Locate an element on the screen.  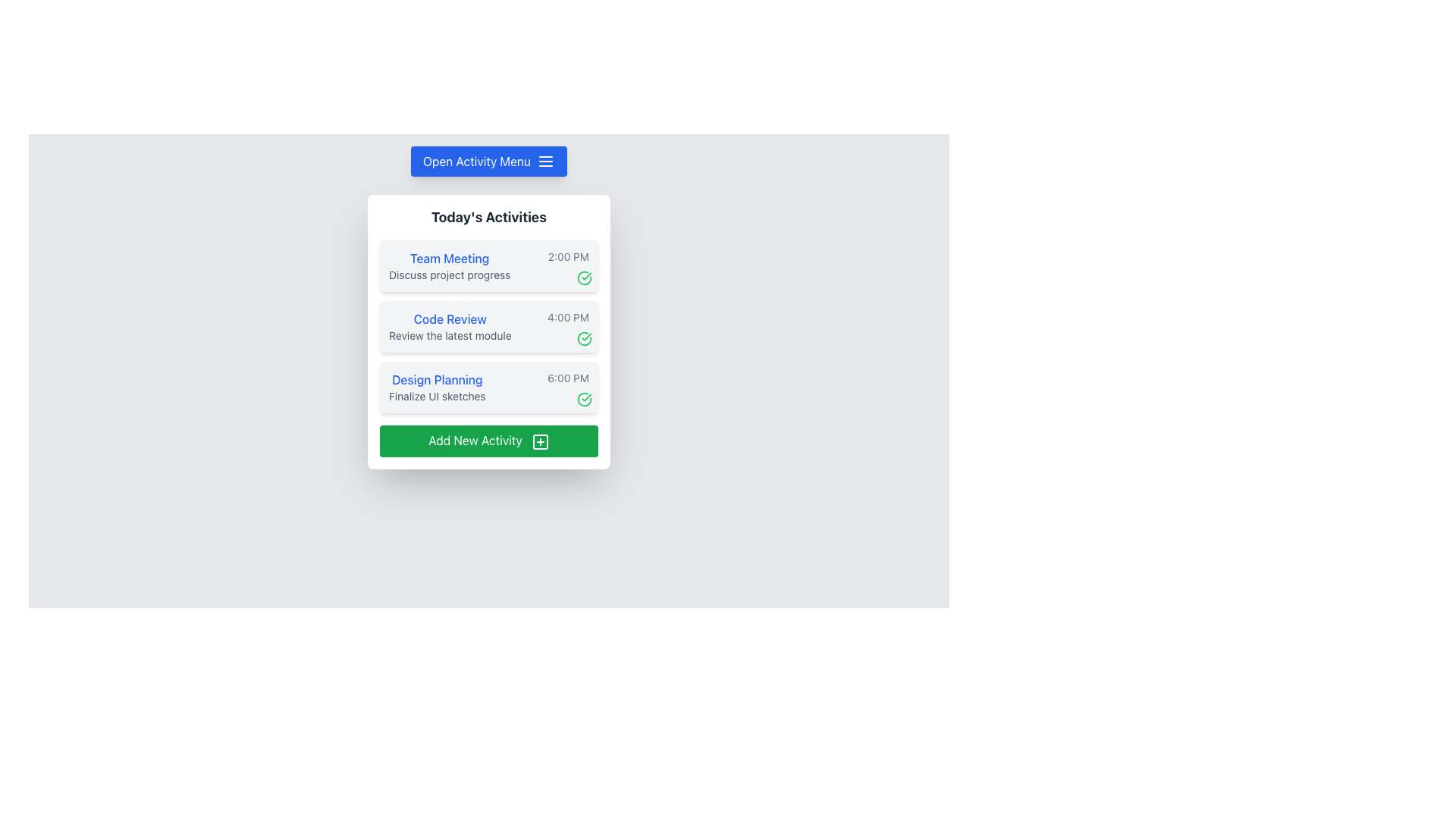
the text label displaying 'Finalize UI sketches' located in the third list entry of the 'Today's Activities' section, right-aligned beneath 'Design Planning' is located at coordinates (436, 396).